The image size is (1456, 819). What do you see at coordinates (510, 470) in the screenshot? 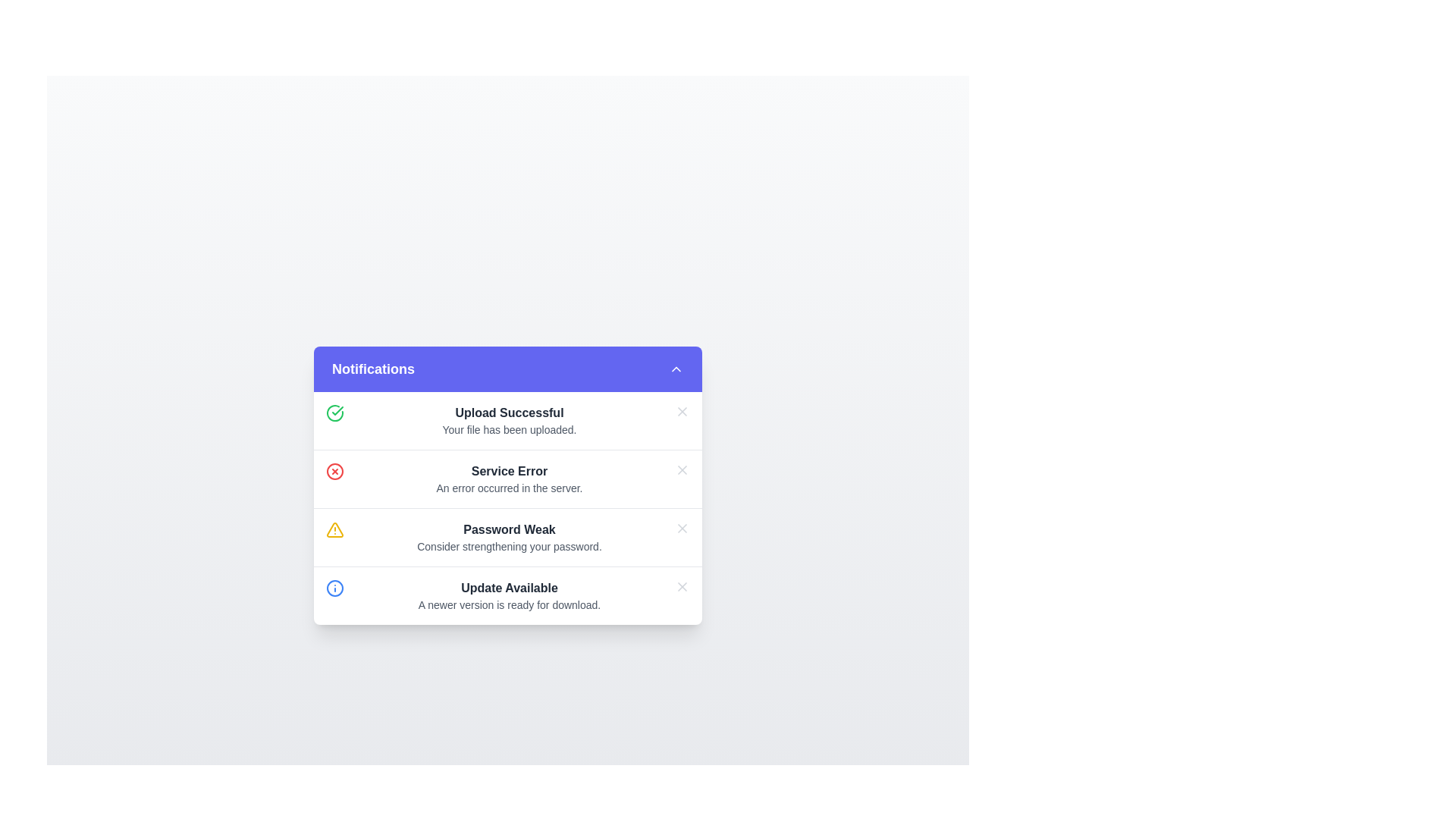
I see `the 'Service Error' notification using the bold dark gray text label located centrally within the notification layout, positioned` at bounding box center [510, 470].